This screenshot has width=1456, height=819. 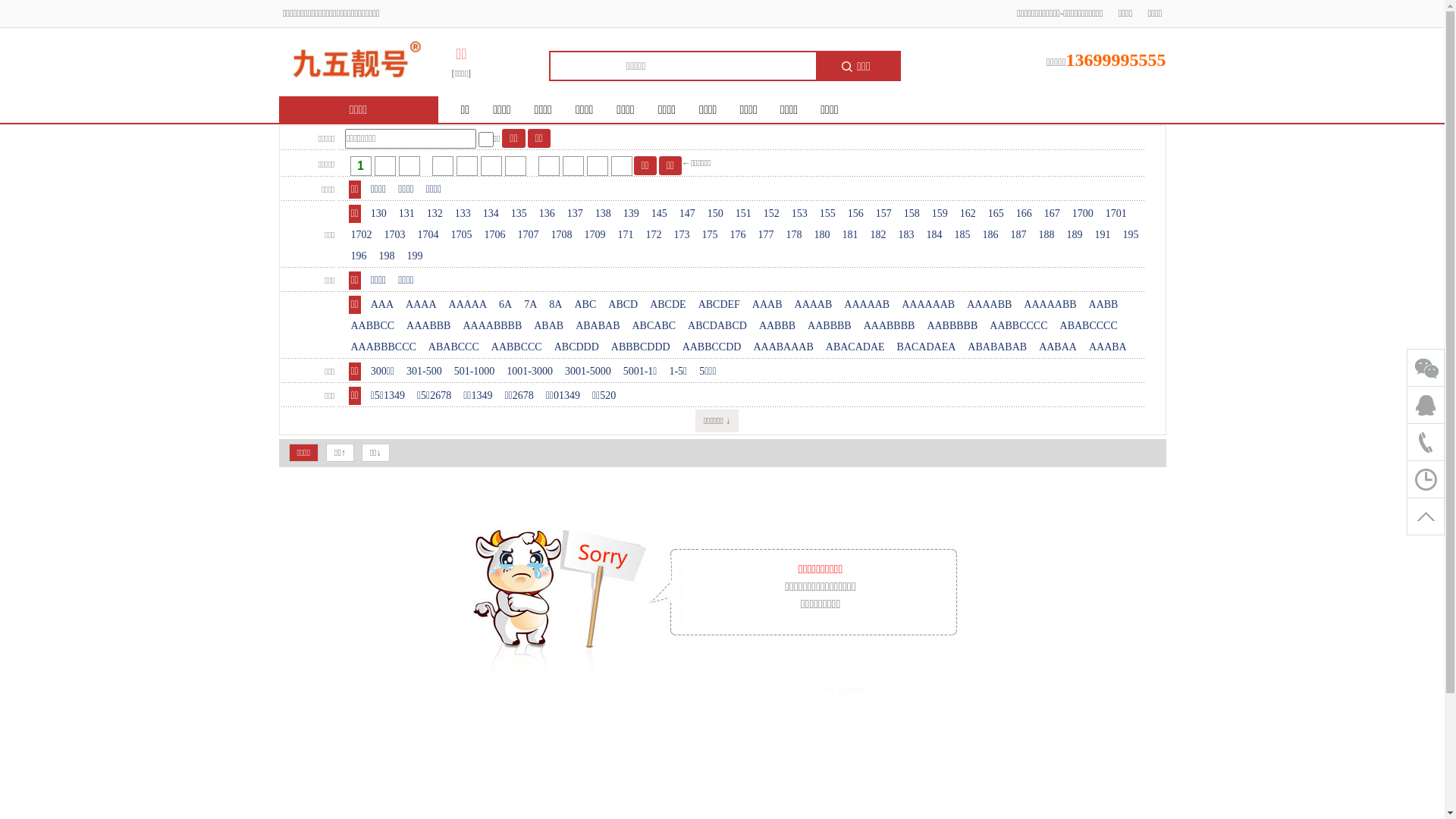 I want to click on 'AAAAAAB', so click(x=927, y=304).